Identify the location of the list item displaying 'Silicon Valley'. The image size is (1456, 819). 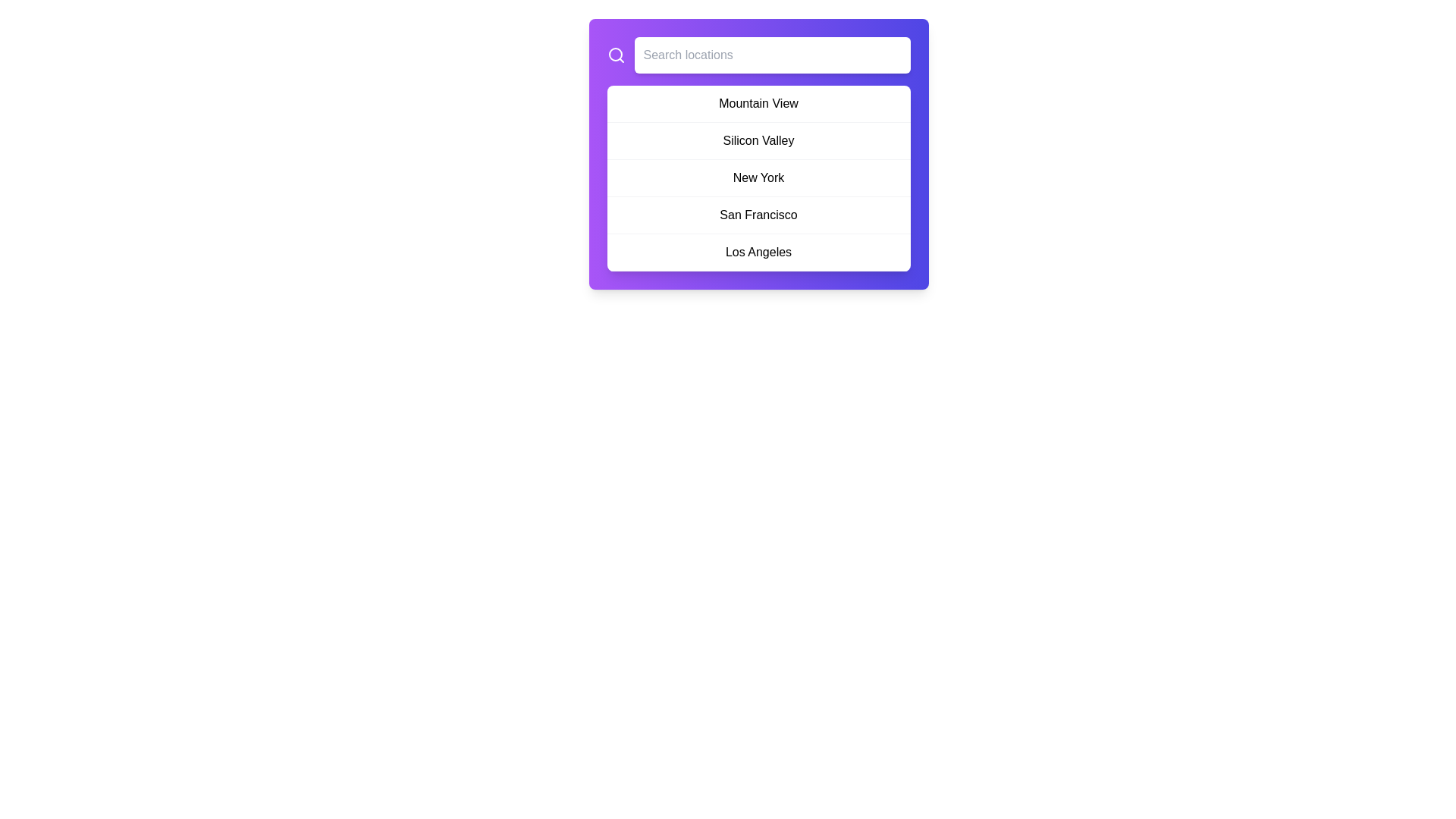
(758, 154).